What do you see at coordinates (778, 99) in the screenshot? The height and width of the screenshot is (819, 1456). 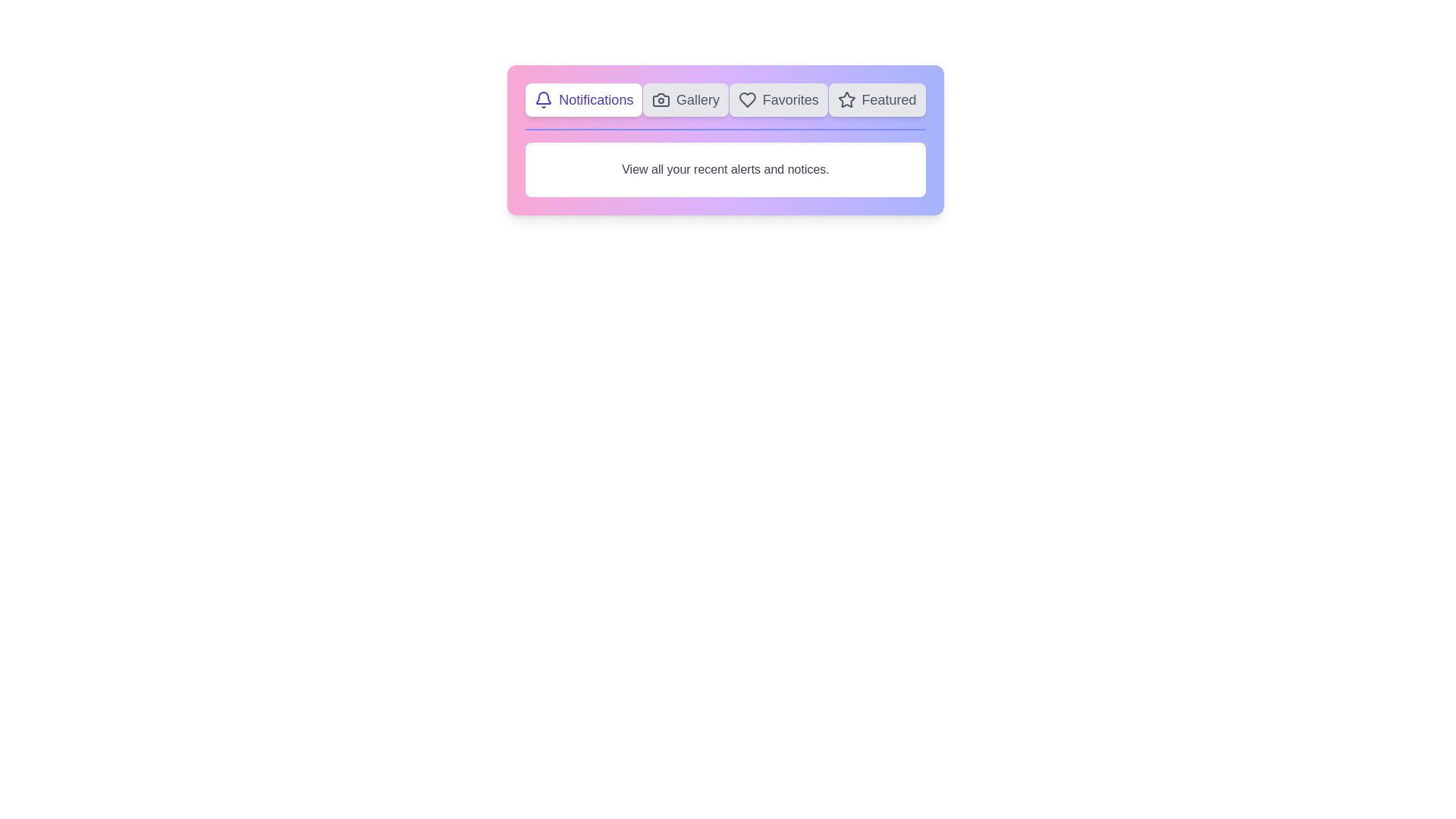 I see `the Favorites tab by clicking on its button` at bounding box center [778, 99].